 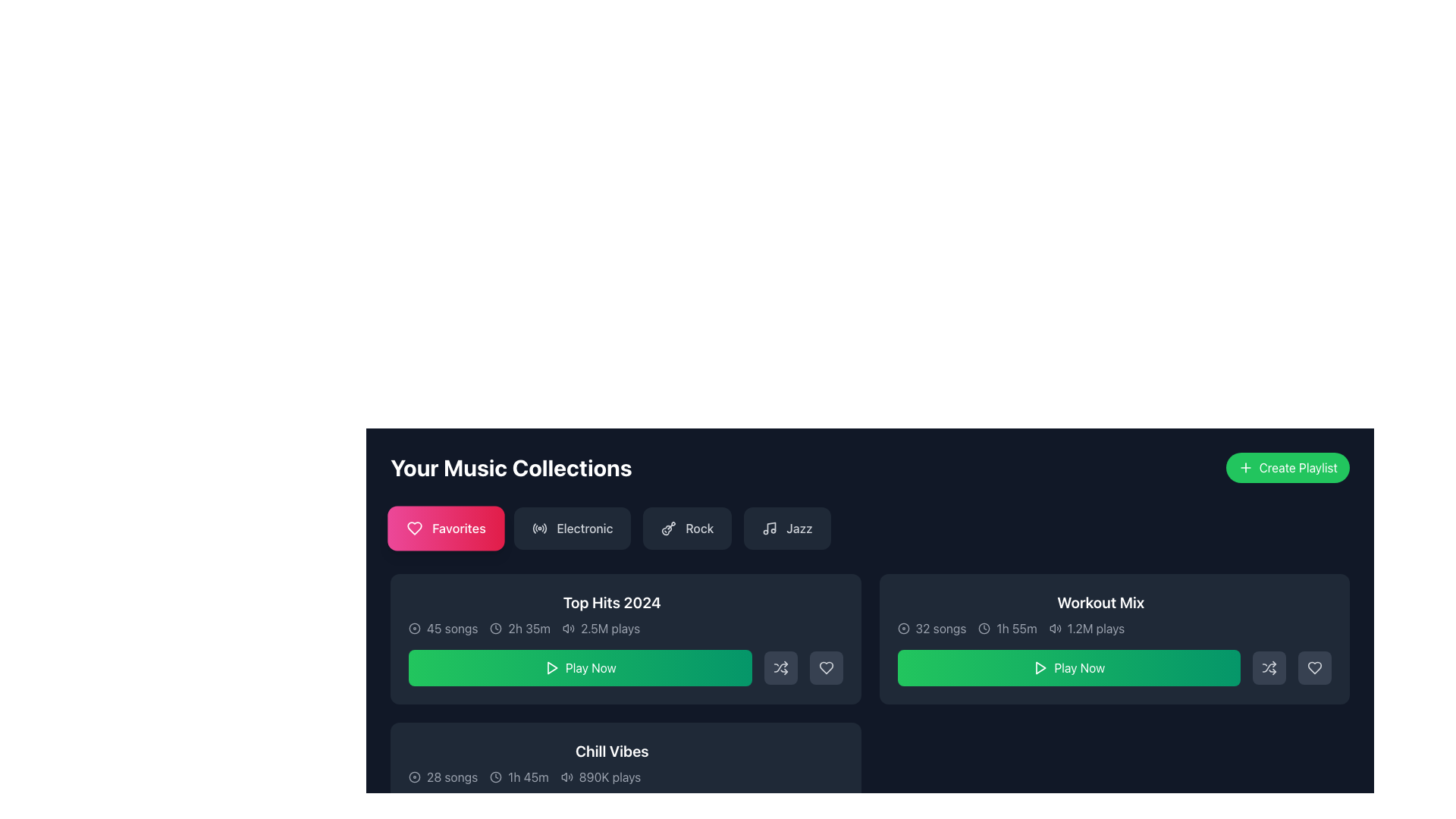 I want to click on play count displayed as '2.5M plays', which is aligned to the left and is the third item under the 'Top Hits 2024' heading, so click(x=601, y=629).